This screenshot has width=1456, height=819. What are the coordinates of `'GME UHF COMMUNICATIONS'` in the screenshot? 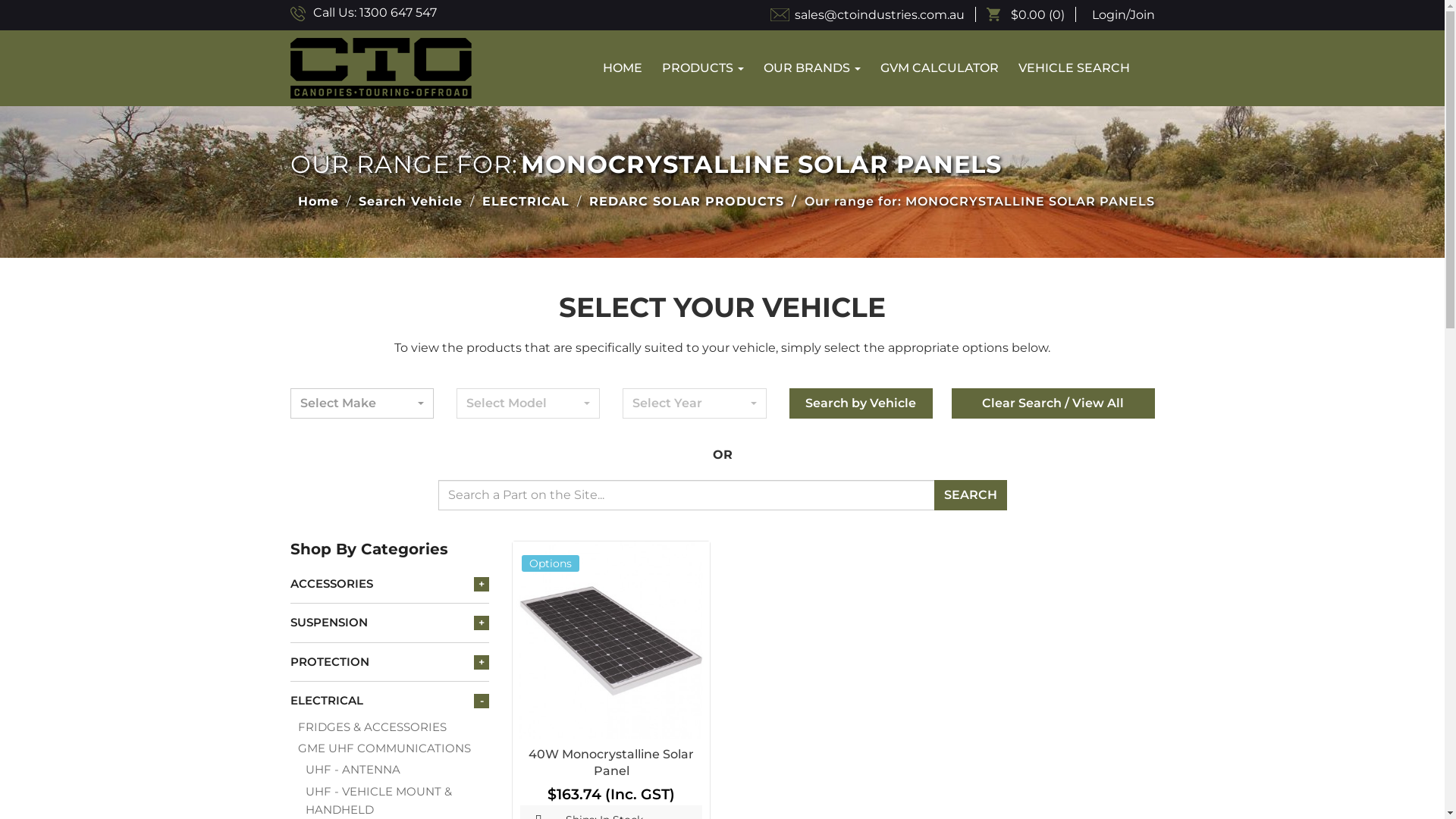 It's located at (393, 748).